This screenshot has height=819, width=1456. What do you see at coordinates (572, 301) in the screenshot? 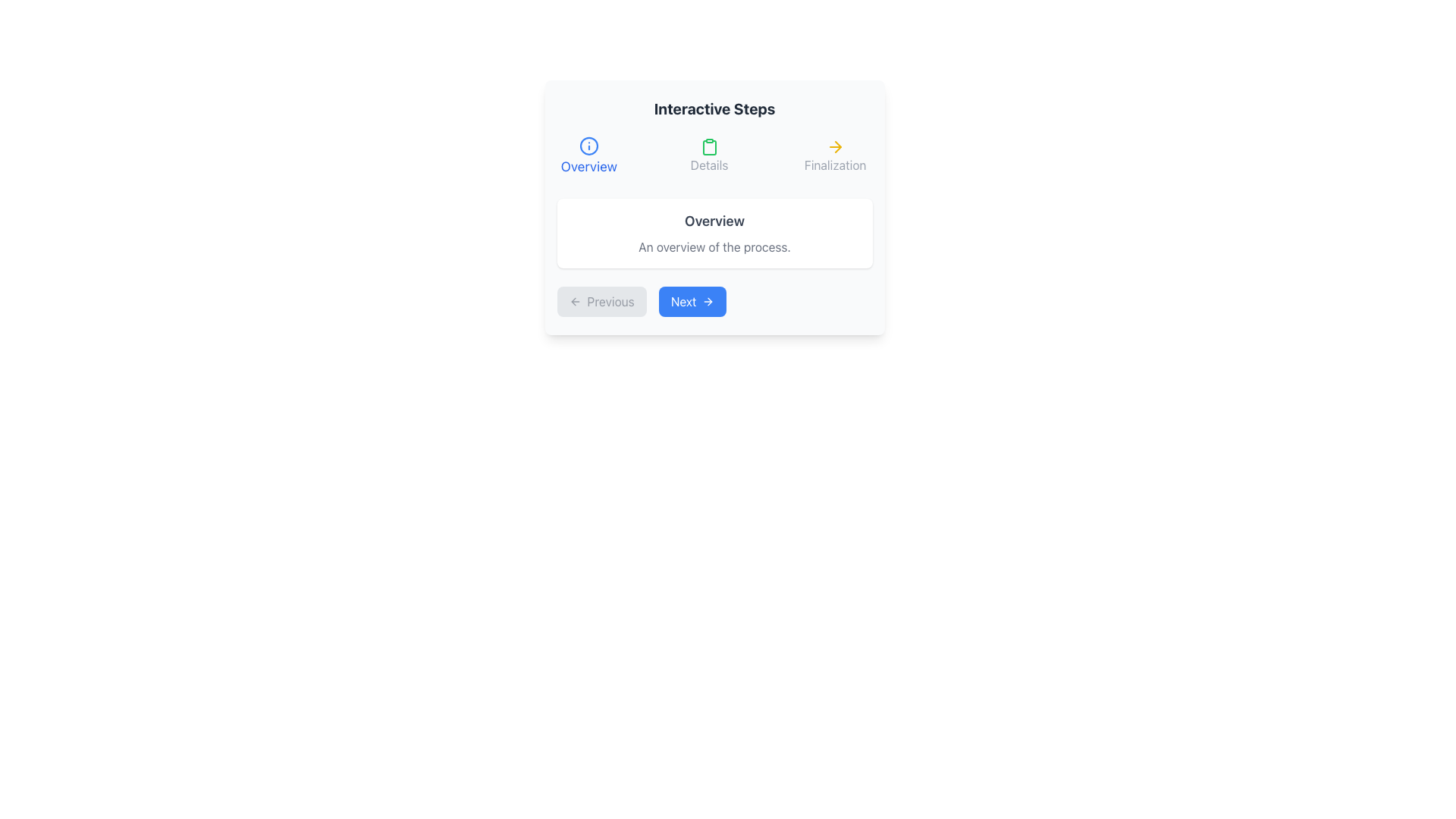
I see `the back arrow icon, which is a triangular arrow-like shape pointing leftwards` at bounding box center [572, 301].